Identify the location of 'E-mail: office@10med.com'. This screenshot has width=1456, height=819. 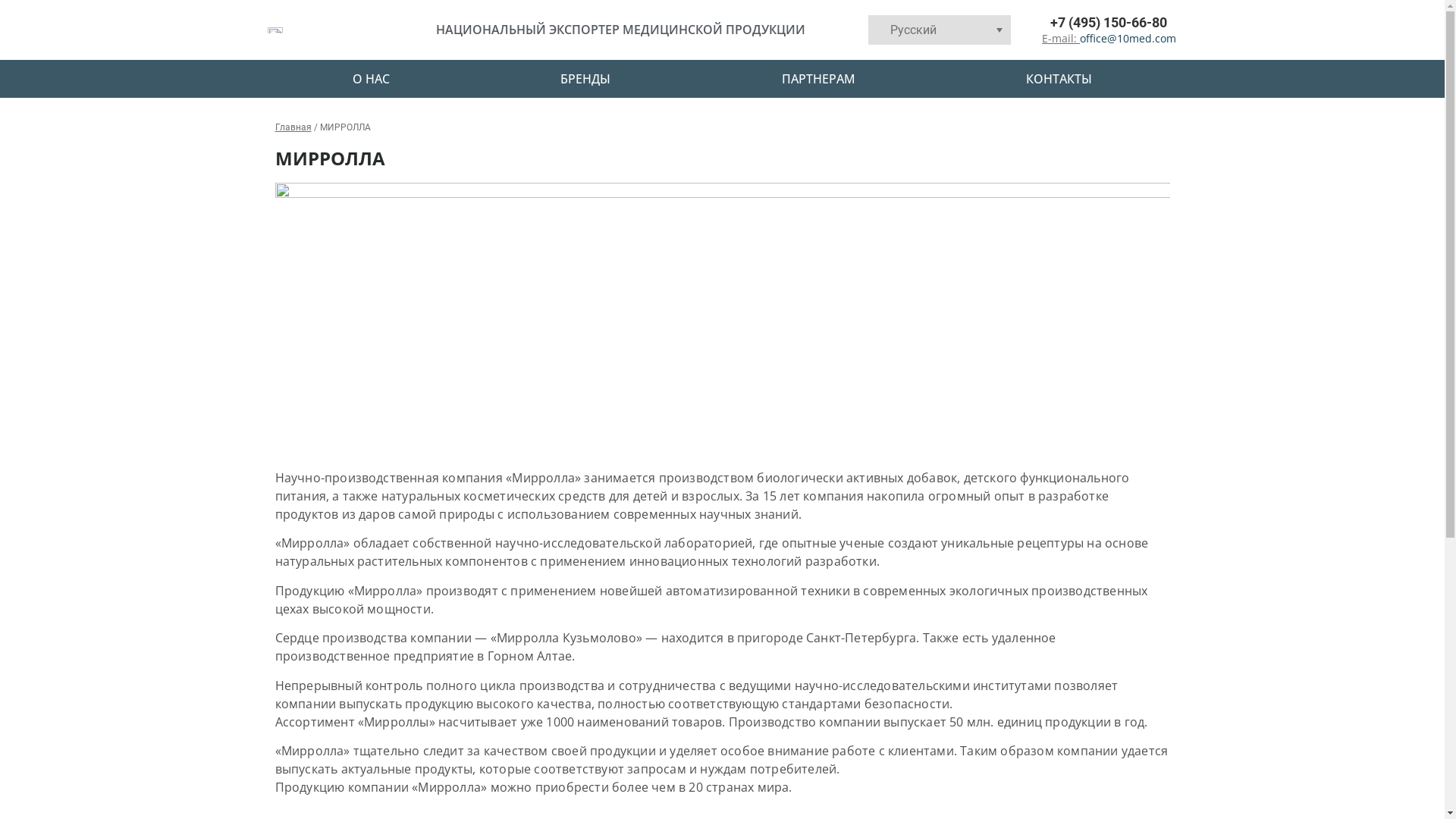
(1097, 37).